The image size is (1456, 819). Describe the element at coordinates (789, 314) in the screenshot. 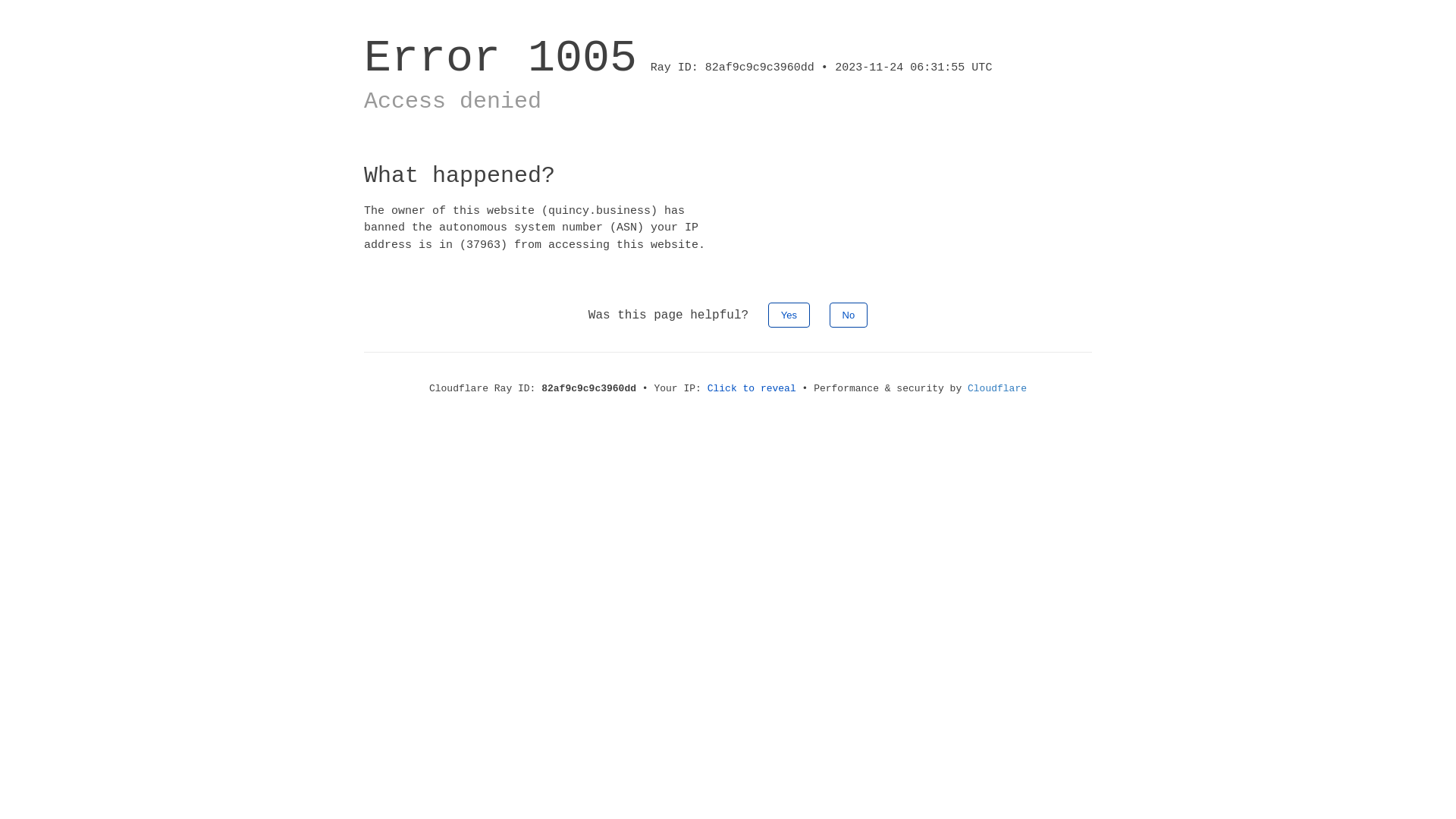

I see `'Yes'` at that location.